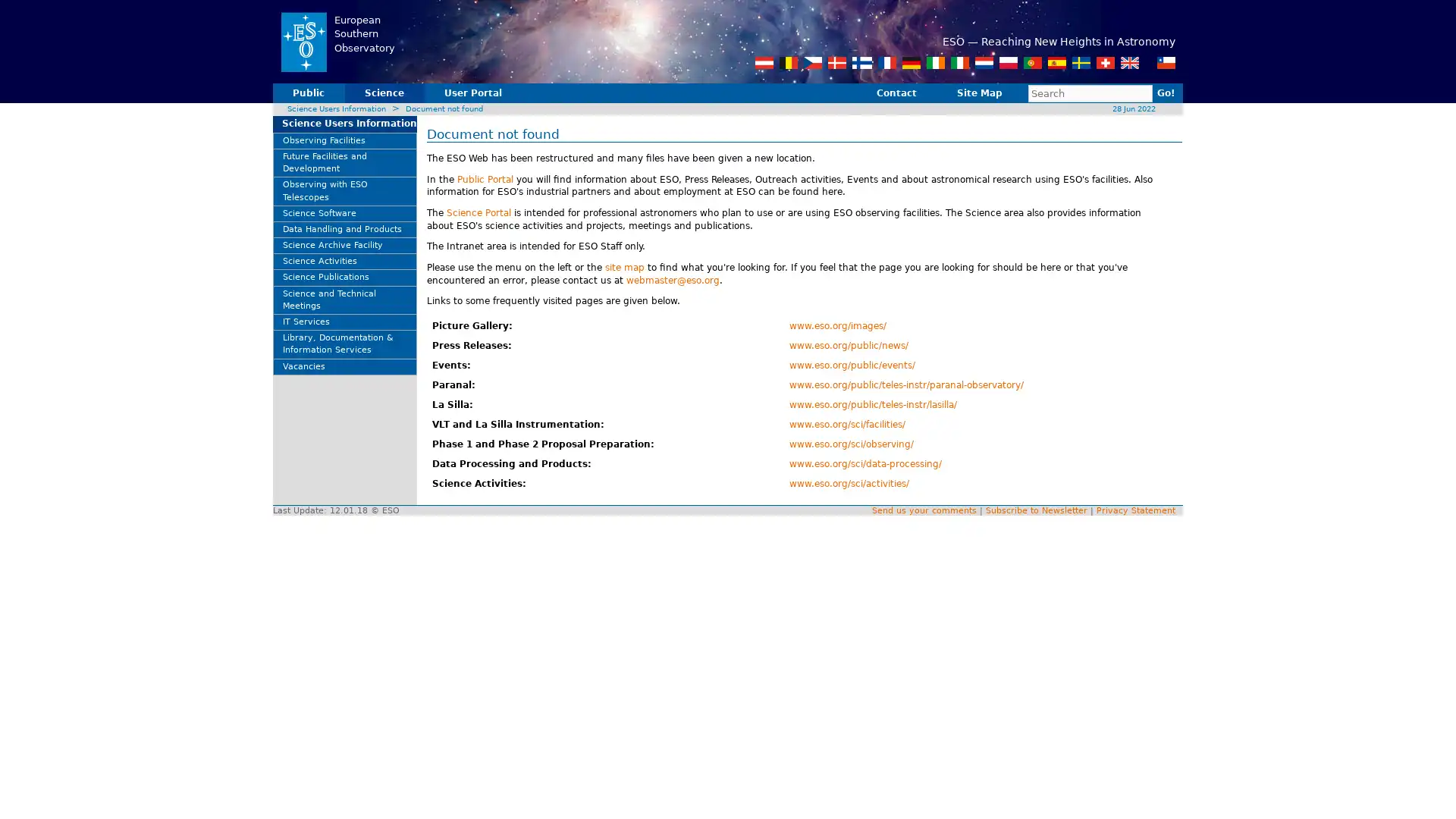  What do you see at coordinates (1165, 93) in the screenshot?
I see `Go!` at bounding box center [1165, 93].